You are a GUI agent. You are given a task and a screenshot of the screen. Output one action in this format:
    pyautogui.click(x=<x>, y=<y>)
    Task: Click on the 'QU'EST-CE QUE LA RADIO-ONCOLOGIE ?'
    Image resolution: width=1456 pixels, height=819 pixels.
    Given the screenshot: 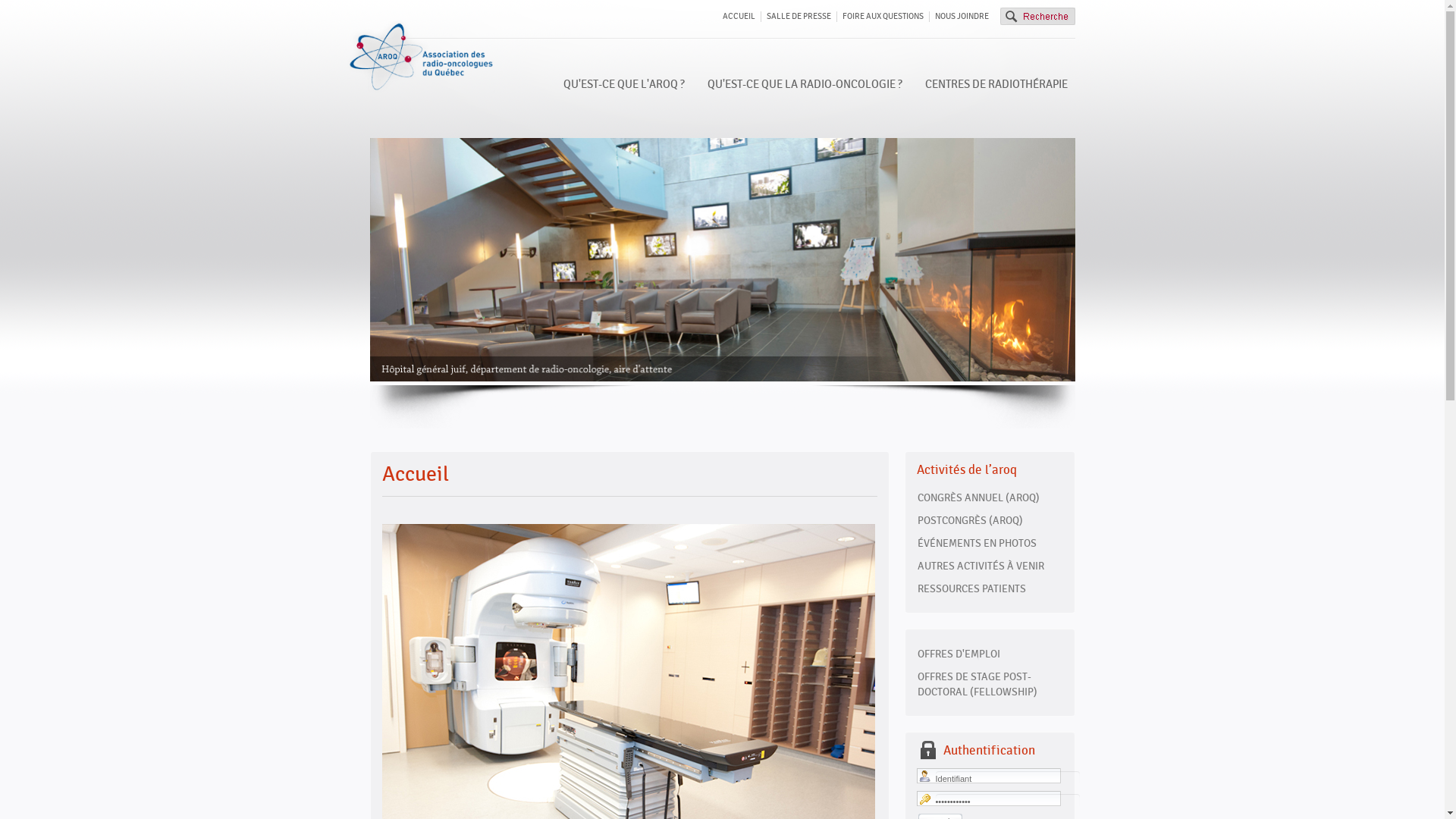 What is the action you would take?
    pyautogui.click(x=803, y=84)
    